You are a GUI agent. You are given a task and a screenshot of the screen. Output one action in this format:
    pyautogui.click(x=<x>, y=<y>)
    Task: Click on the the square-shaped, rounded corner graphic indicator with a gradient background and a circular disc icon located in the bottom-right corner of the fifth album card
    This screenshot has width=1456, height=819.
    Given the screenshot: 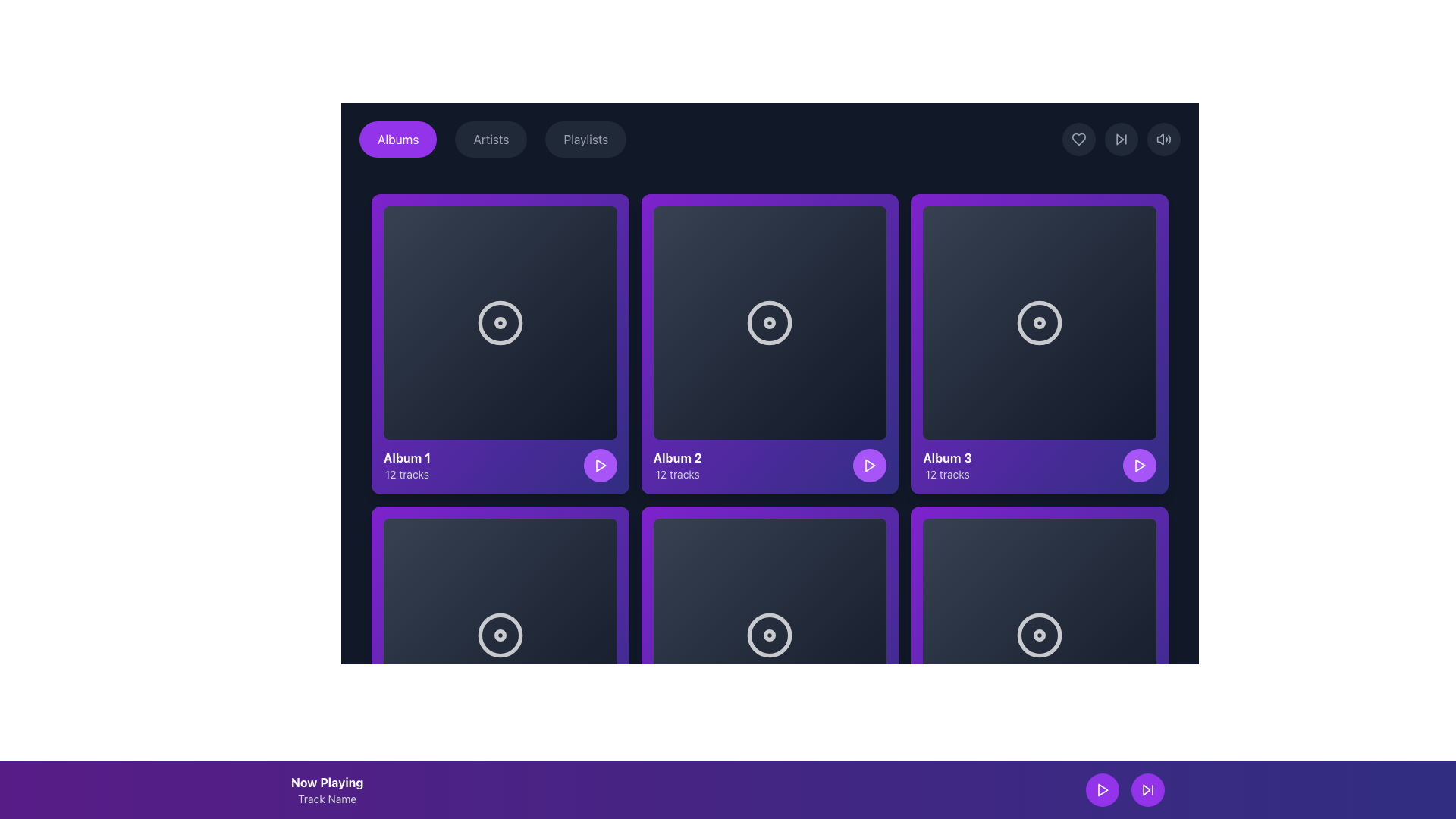 What is the action you would take?
    pyautogui.click(x=1039, y=635)
    